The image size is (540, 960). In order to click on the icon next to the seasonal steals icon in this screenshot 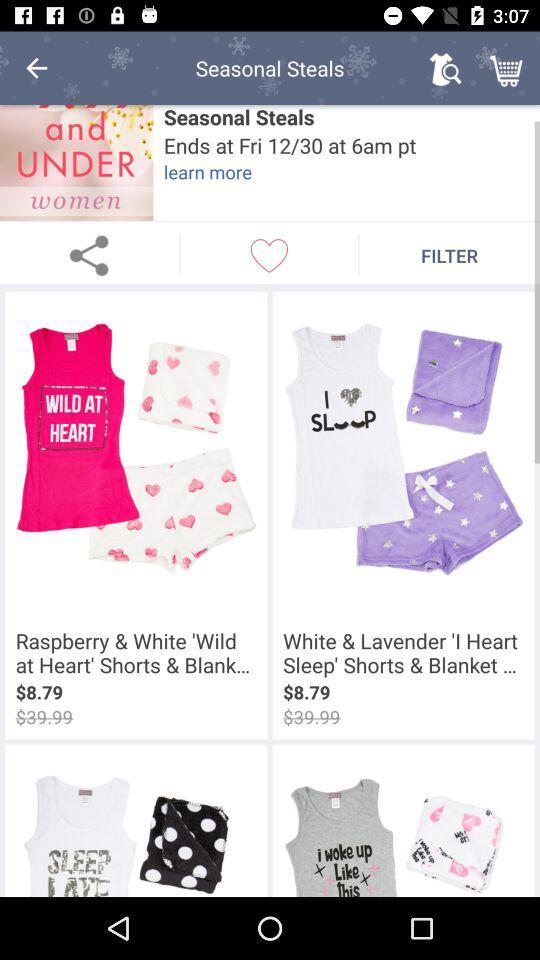, I will do `click(75, 161)`.